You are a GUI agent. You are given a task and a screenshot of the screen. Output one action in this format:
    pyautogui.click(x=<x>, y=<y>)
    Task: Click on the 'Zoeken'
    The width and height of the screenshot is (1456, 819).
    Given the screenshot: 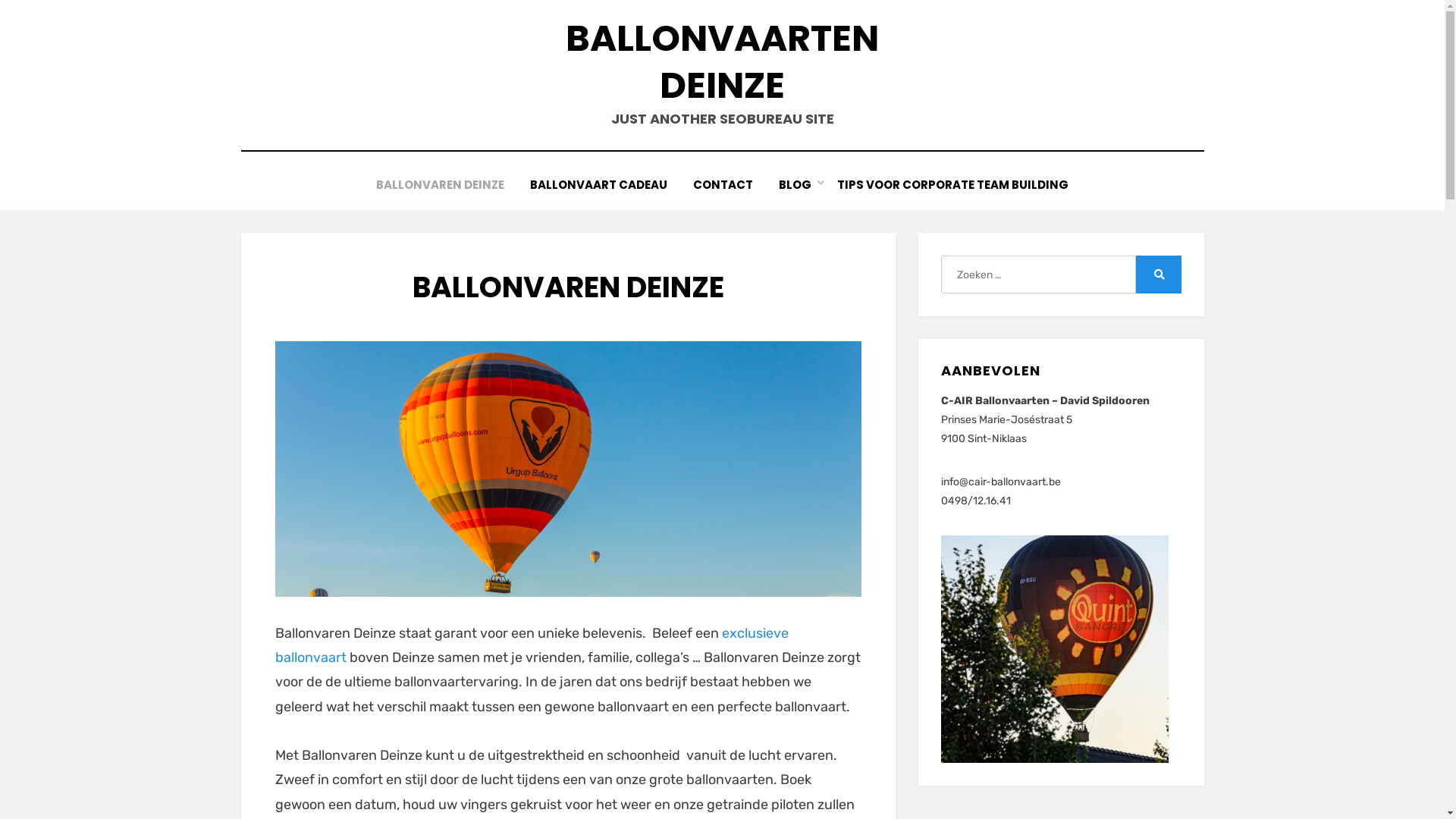 What is the action you would take?
    pyautogui.click(x=1157, y=275)
    